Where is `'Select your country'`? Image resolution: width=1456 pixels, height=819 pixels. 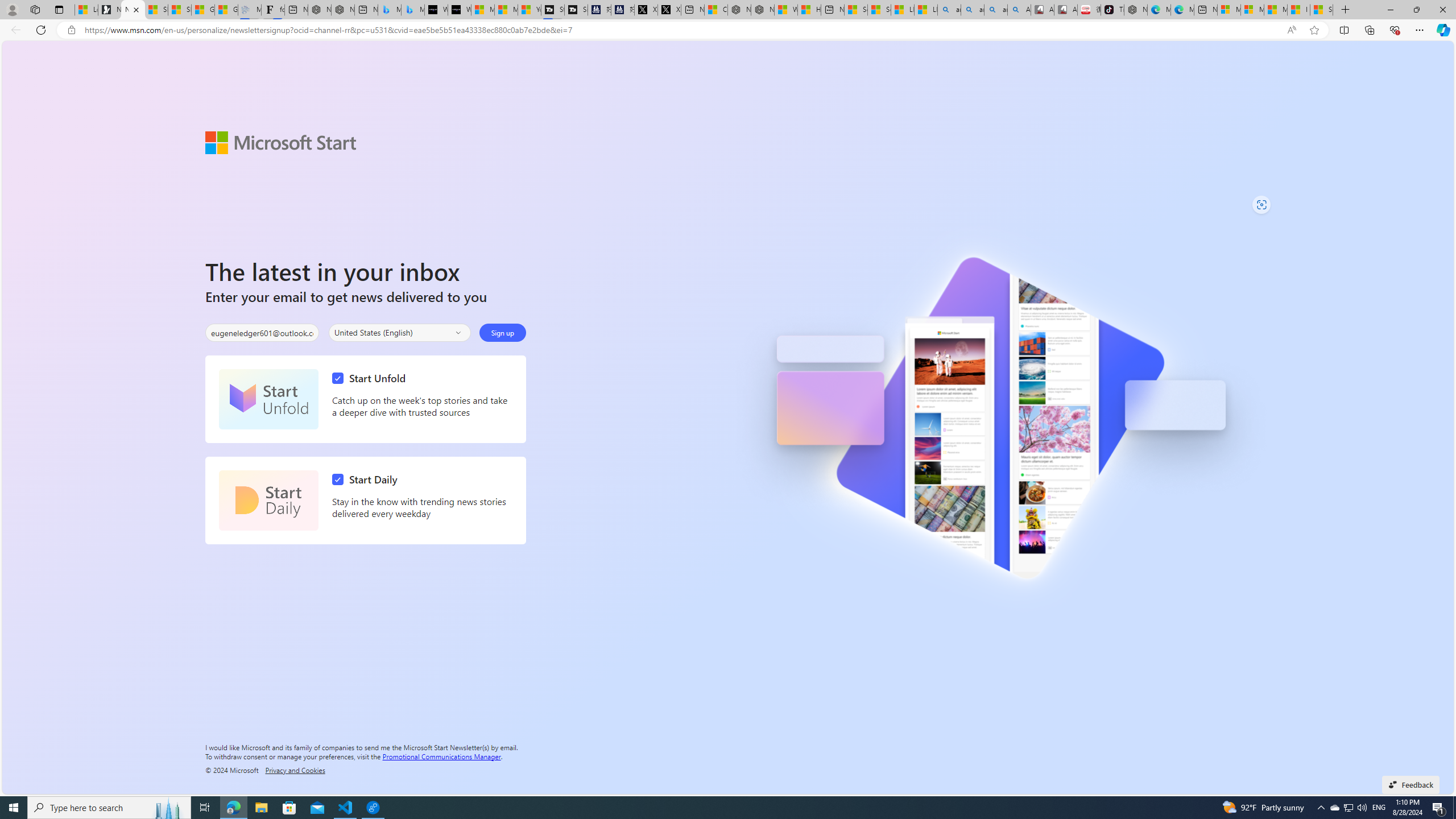
'Select your country' is located at coordinates (399, 333).